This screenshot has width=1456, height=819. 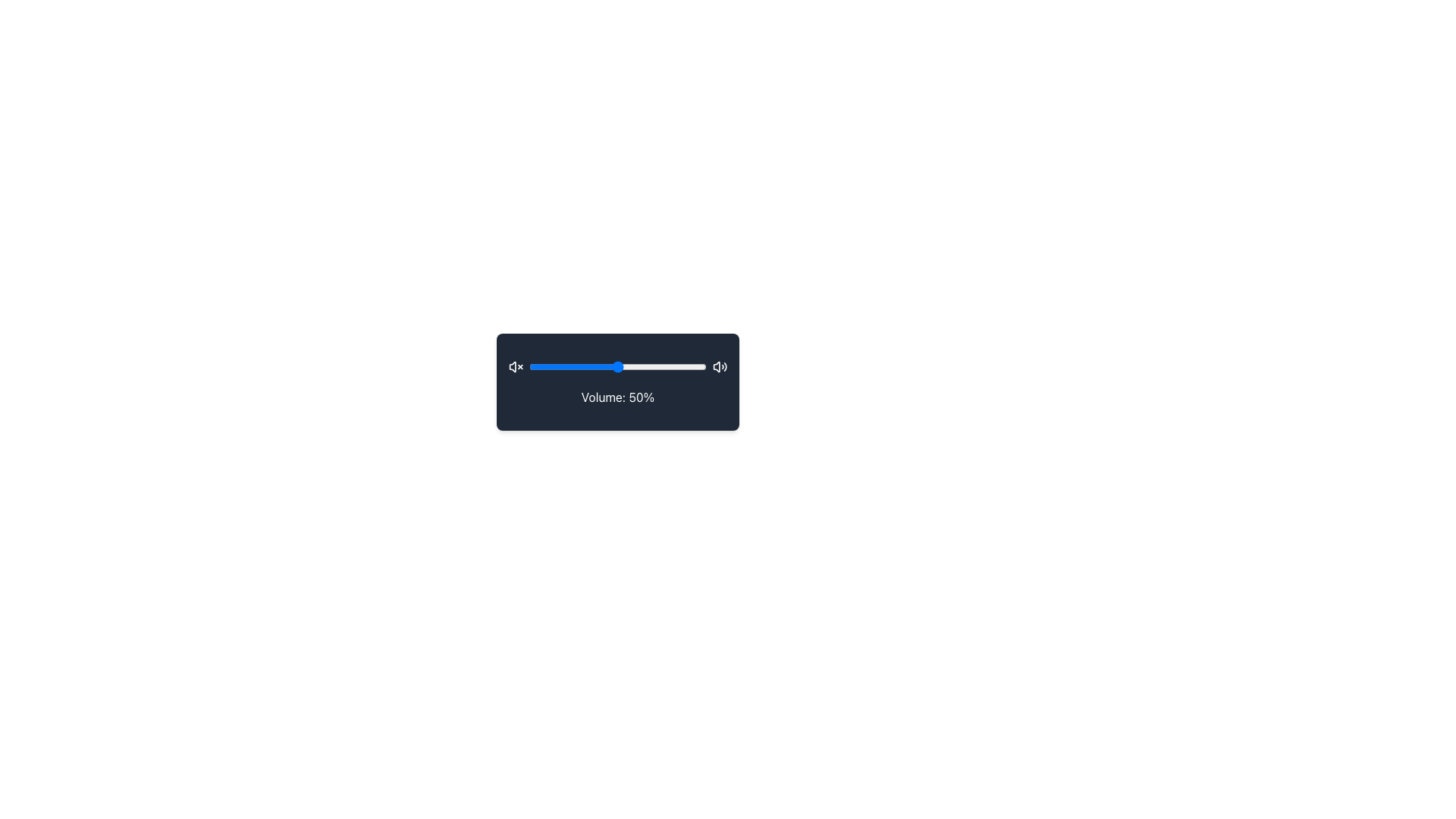 What do you see at coordinates (516, 366) in the screenshot?
I see `the mute icon button featuring a speaker with an 'X' mark` at bounding box center [516, 366].